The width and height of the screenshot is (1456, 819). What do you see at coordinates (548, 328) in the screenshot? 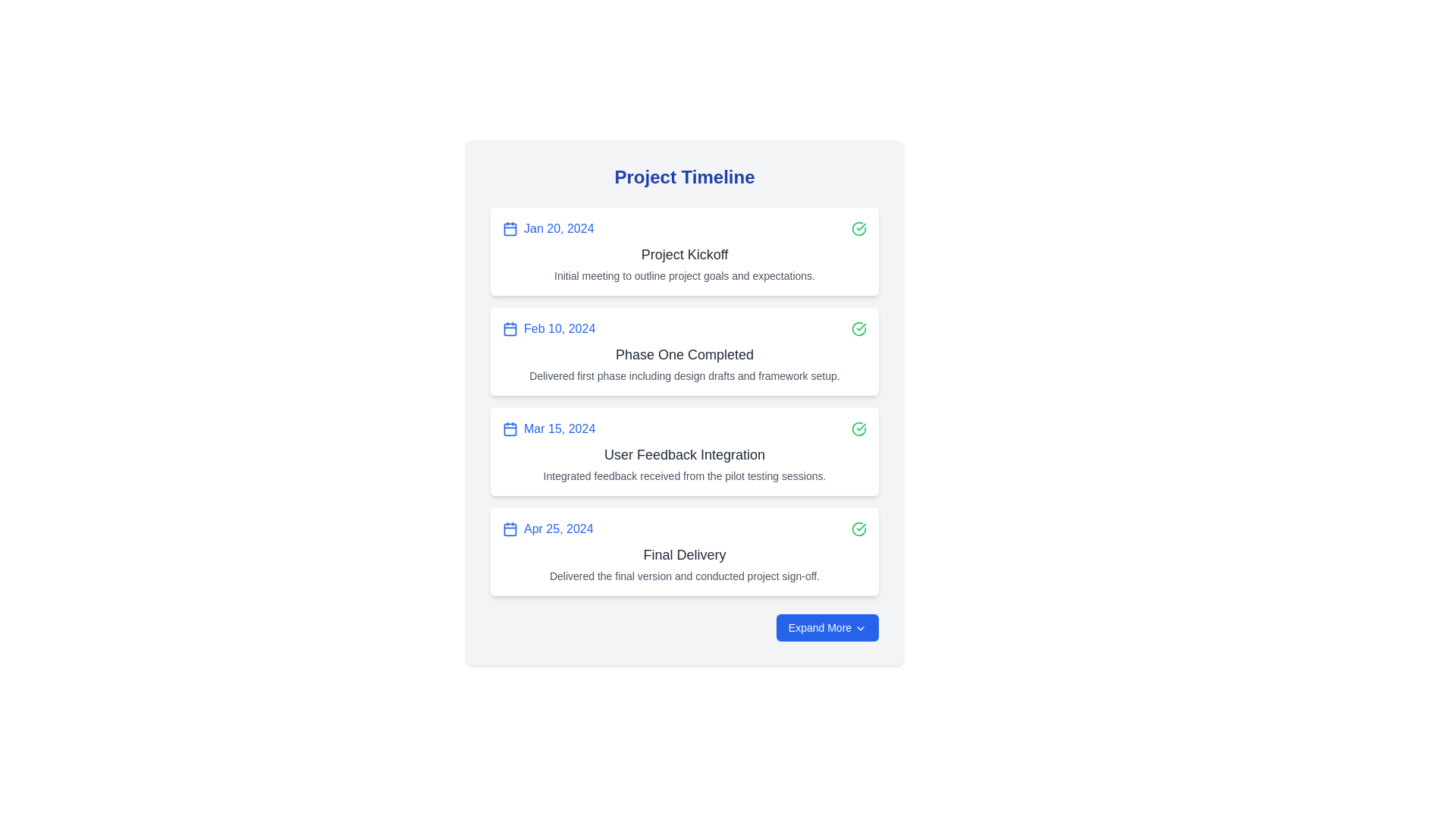
I see `the Date label with icon that indicates a date associated with a specific timeline event, located between 'Jan 20, 2024' and 'Mar 15, 2024'` at bounding box center [548, 328].